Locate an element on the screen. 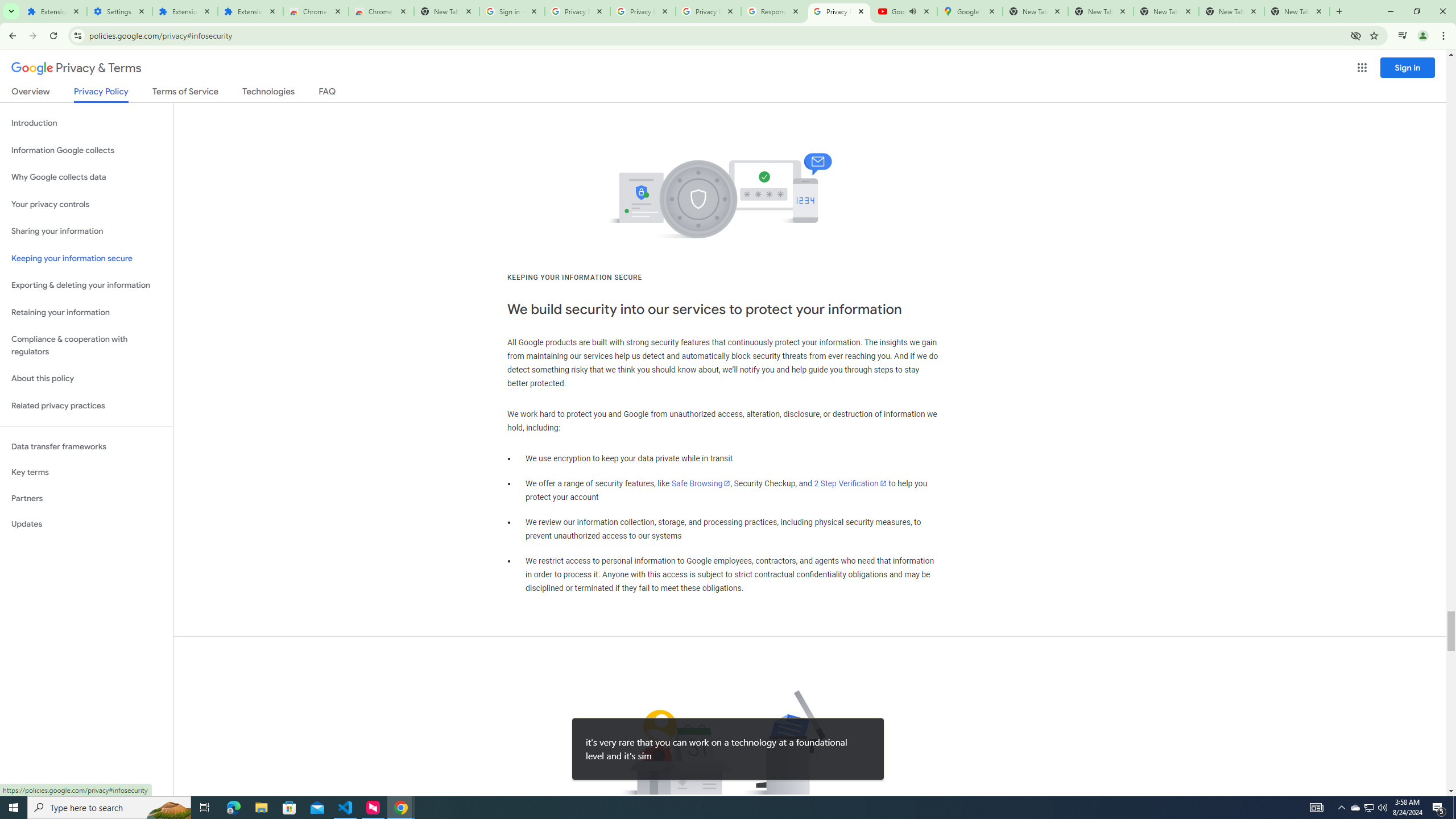 The height and width of the screenshot is (819, 1456). '2 Step Verification' is located at coordinates (850, 483).